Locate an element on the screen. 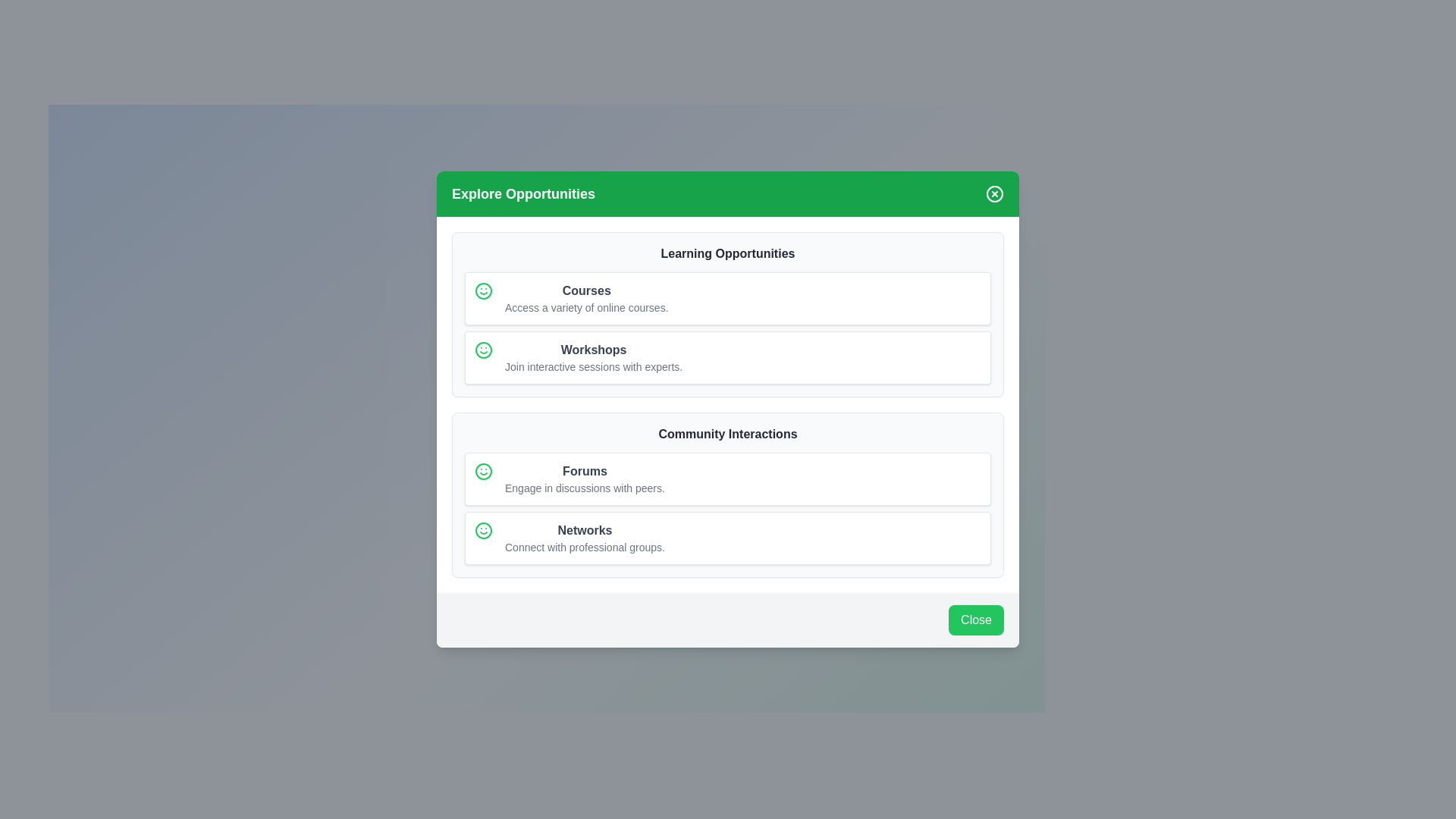  the green smiley face icon located inside the 'Courses' card, which is positioned at the top-left of the card next to the text 'Courses Access a variety of online courses.' is located at coordinates (483, 291).